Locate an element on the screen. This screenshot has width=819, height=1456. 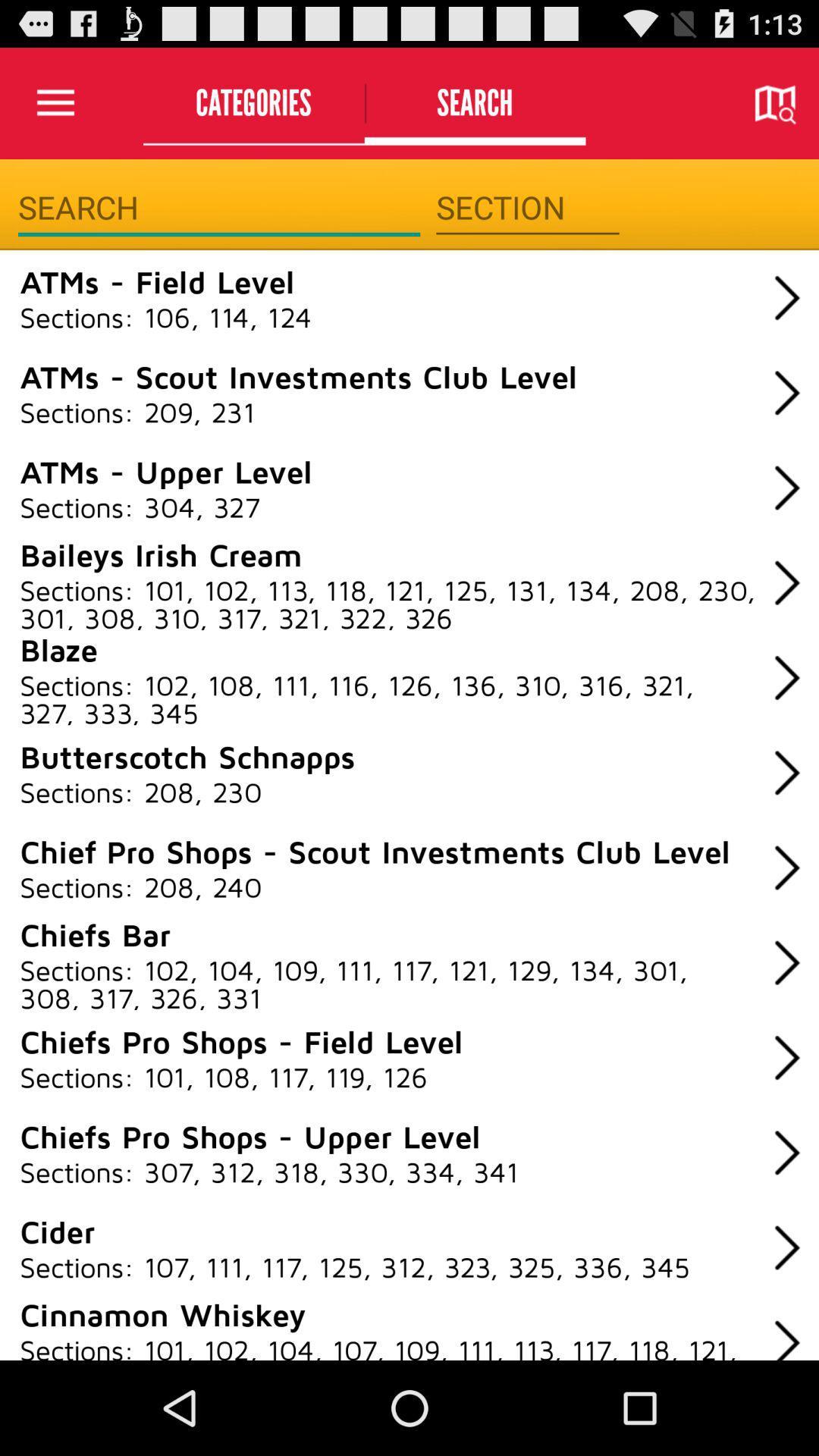
section button is located at coordinates (526, 207).